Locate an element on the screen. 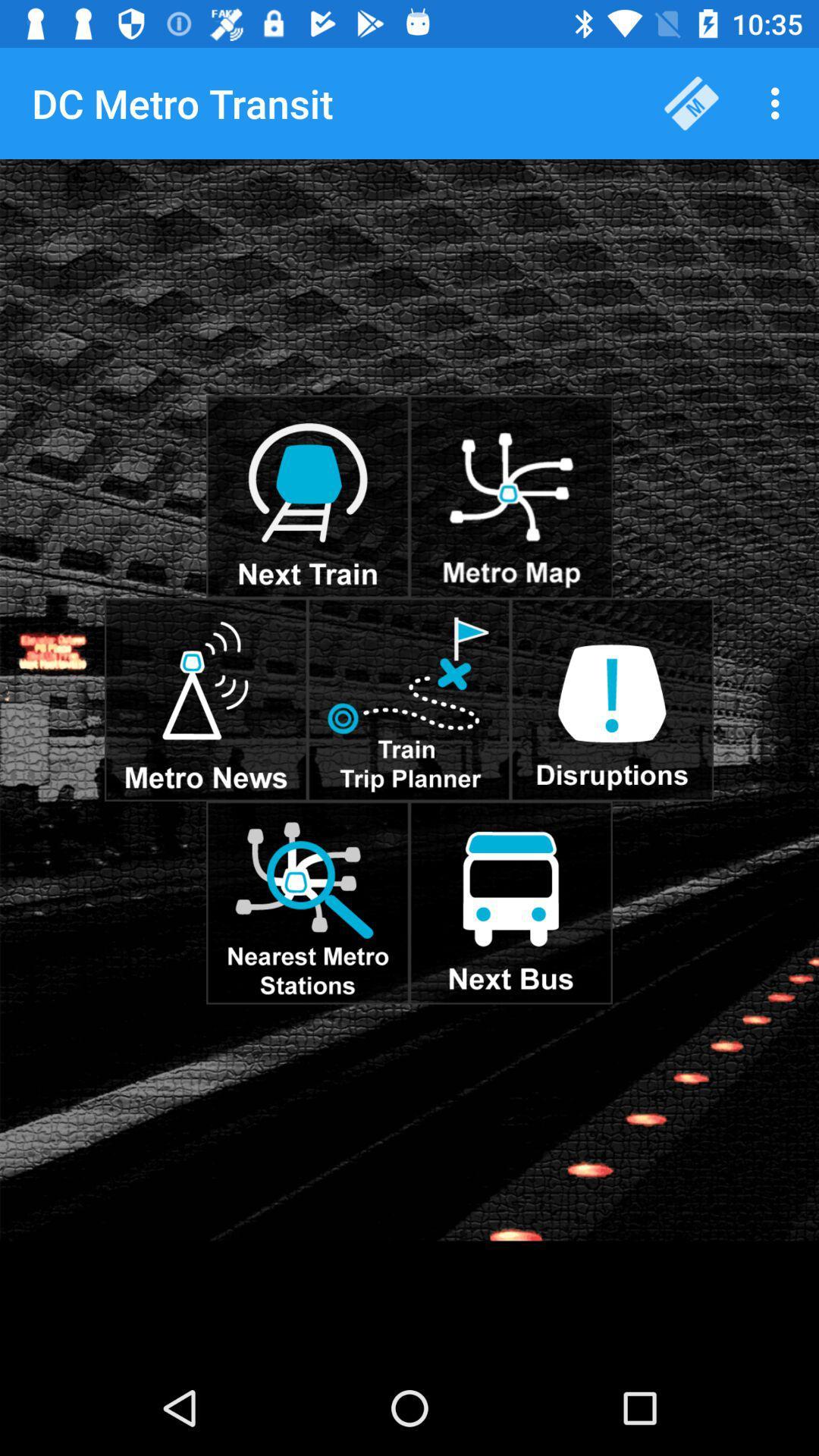 This screenshot has height=1456, width=819. find next train is located at coordinates (307, 497).